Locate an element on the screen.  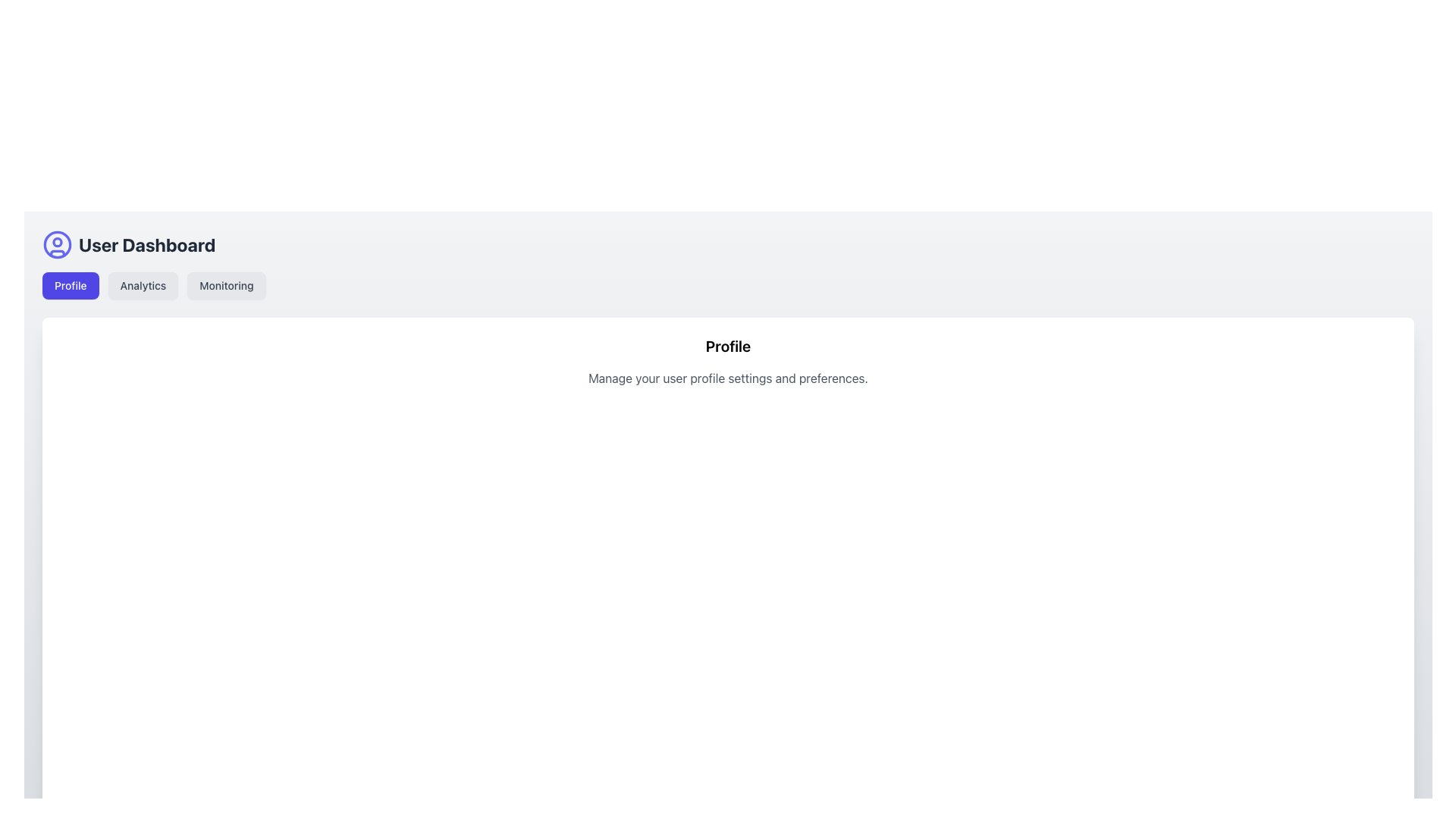
the small circle SVG element that is part of the user profile icon located in the top-left corner of the dashboard interface, next to the 'User Dashboard' text is located at coordinates (58, 241).